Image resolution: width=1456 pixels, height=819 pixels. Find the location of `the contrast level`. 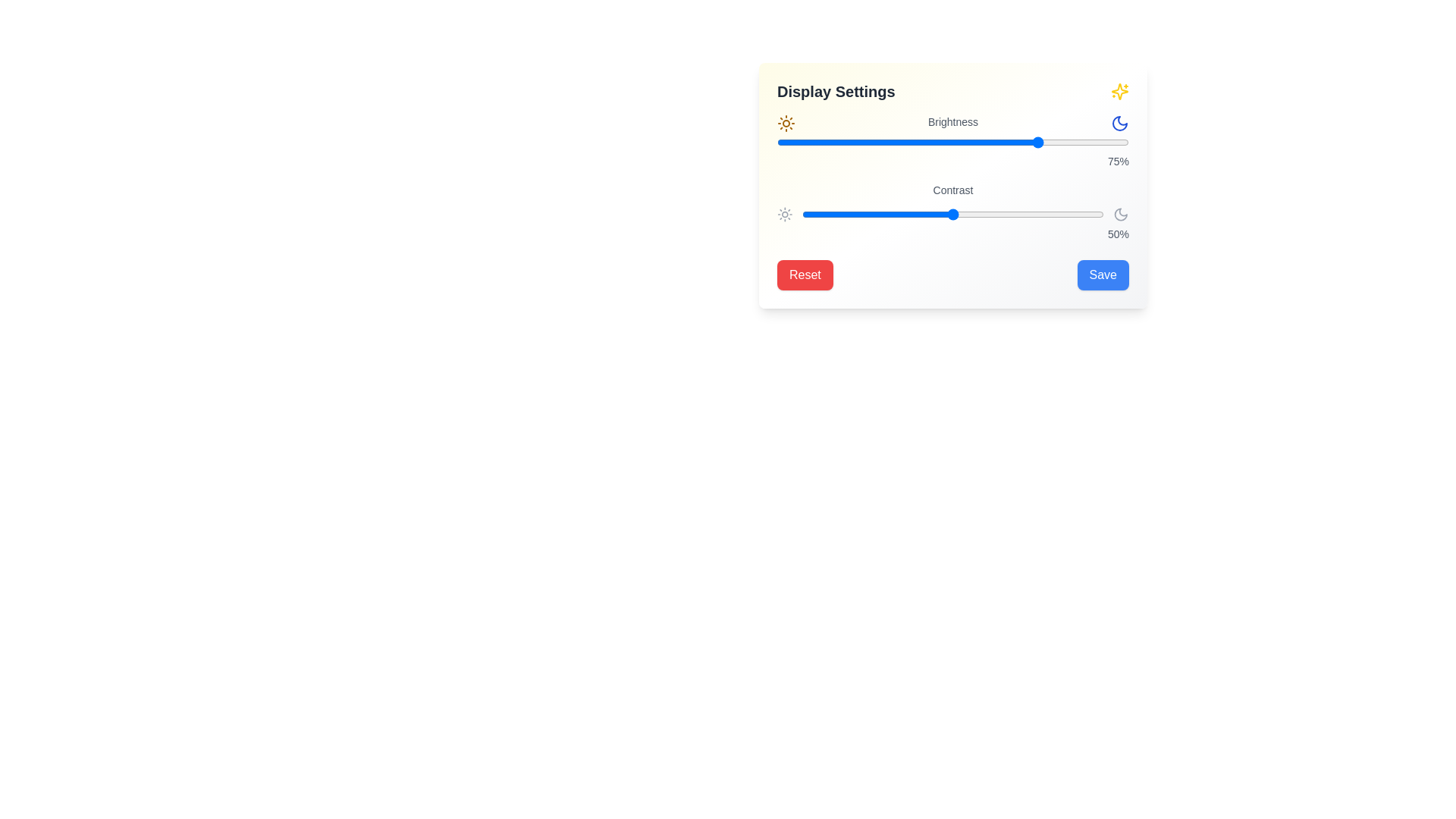

the contrast level is located at coordinates (827, 214).